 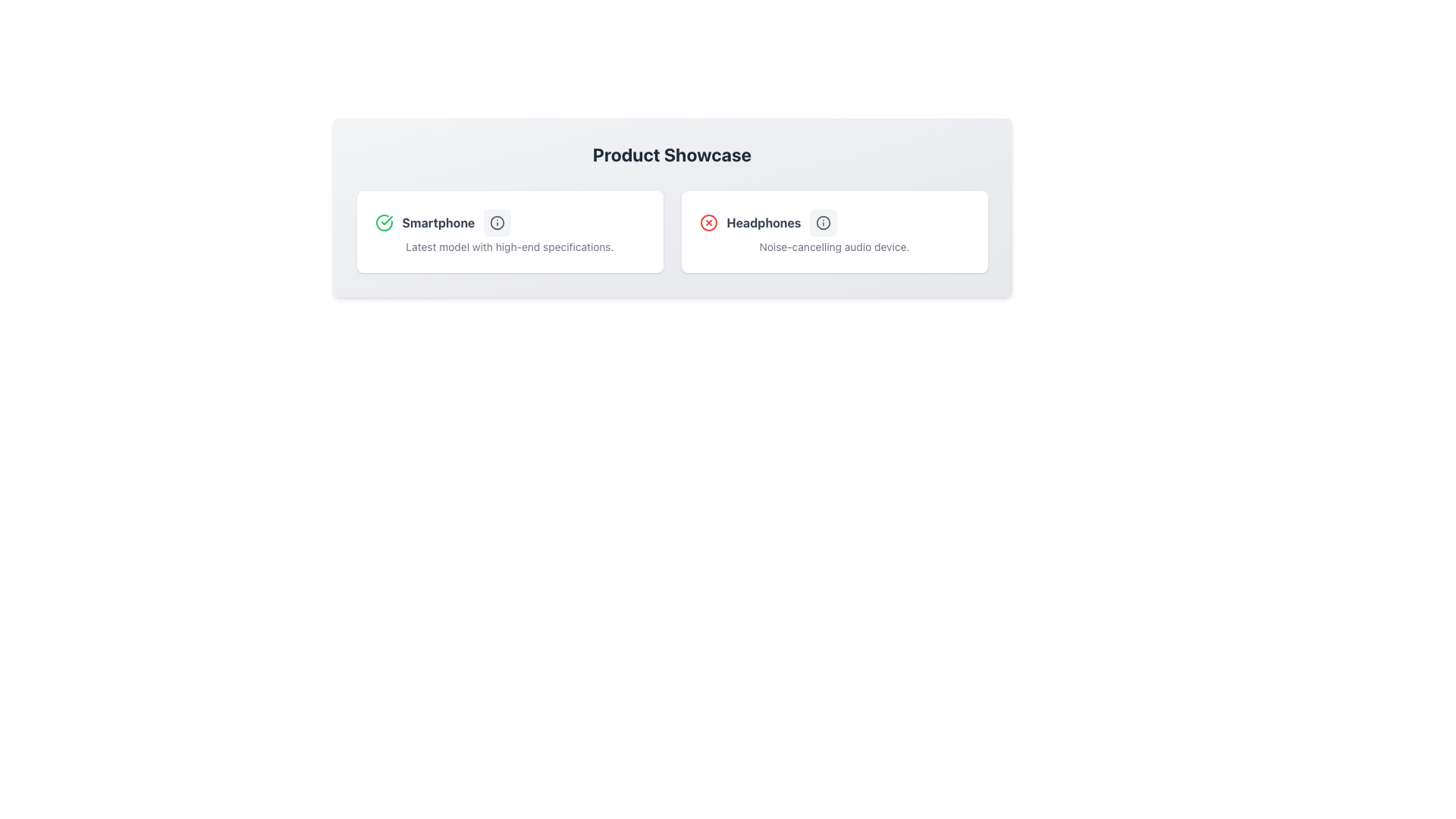 What do you see at coordinates (833, 222) in the screenshot?
I see `the icons in the 'Headphones' title element, which includes a red 'X' and an information icon, for more interaction options` at bounding box center [833, 222].